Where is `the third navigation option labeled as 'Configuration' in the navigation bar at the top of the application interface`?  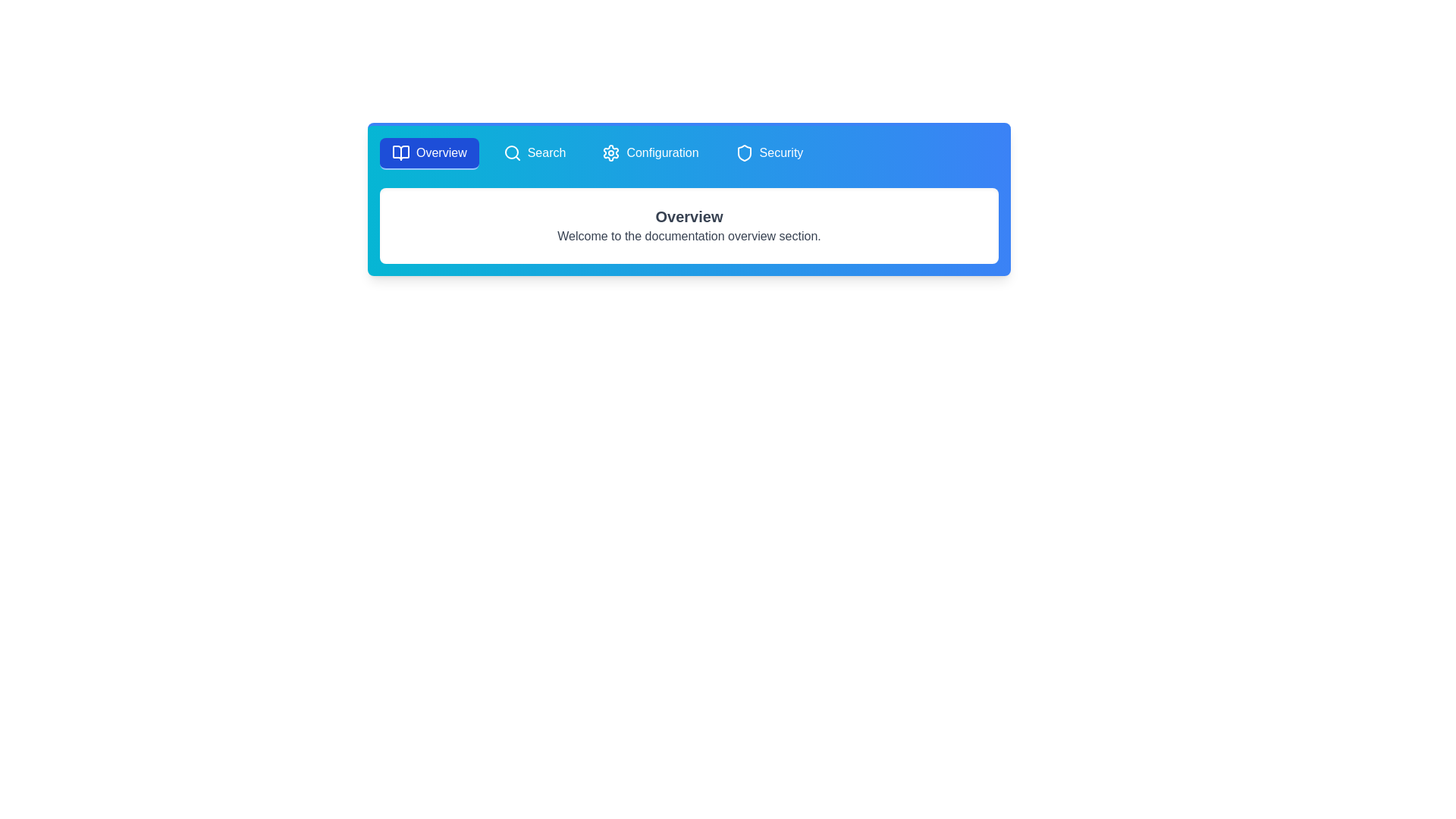
the third navigation option labeled as 'Configuration' in the navigation bar at the top of the application interface is located at coordinates (662, 152).